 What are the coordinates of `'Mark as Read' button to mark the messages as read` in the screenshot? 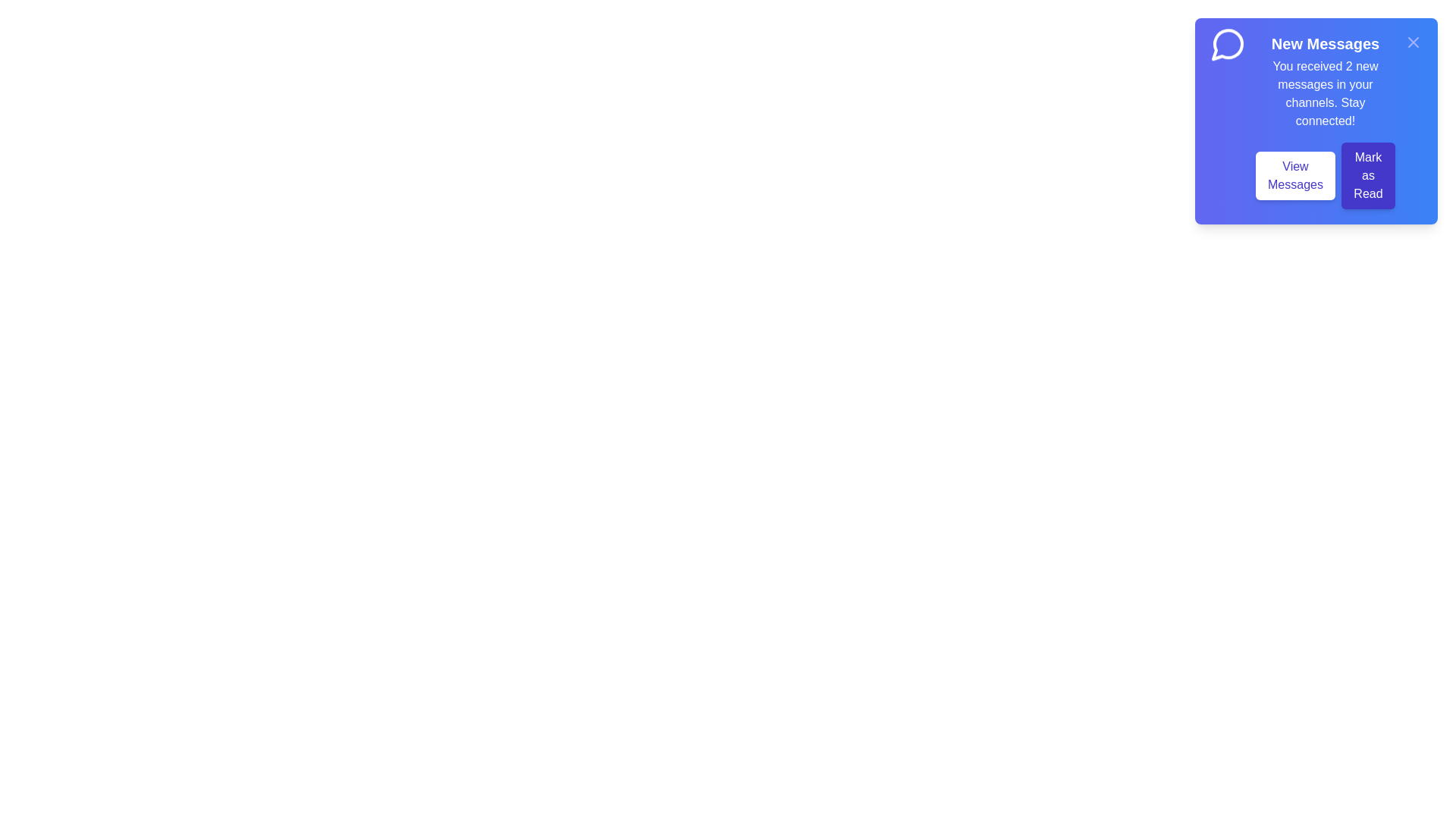 It's located at (1368, 174).